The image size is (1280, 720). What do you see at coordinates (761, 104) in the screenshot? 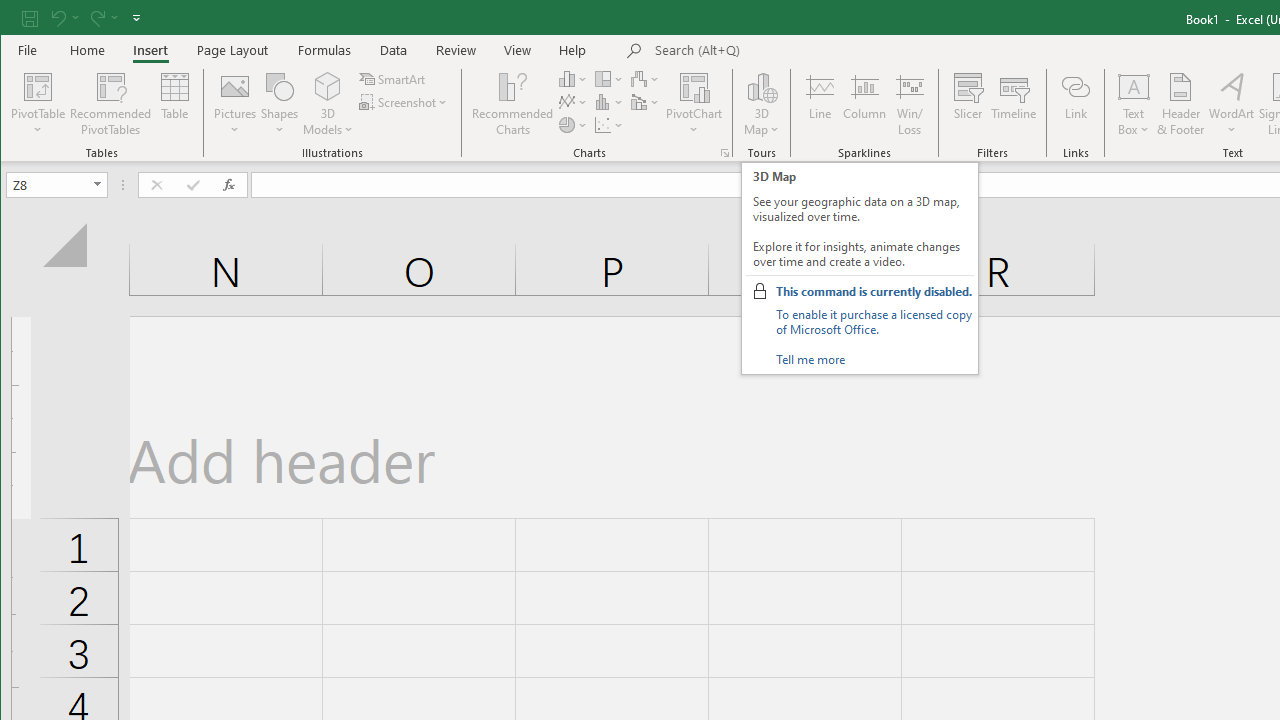
I see `'3D Map'` at bounding box center [761, 104].